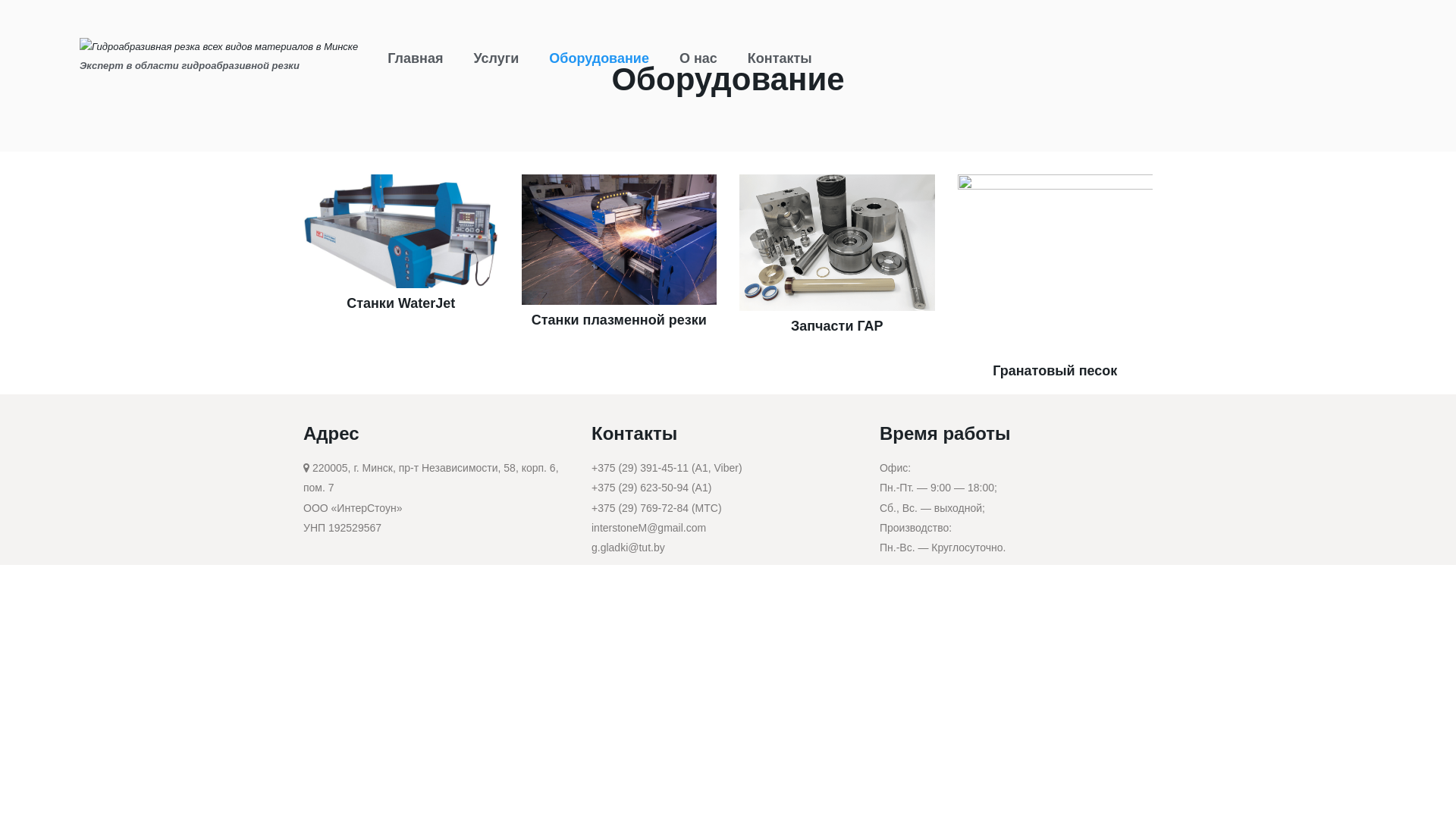 Image resolution: width=1456 pixels, height=819 pixels. I want to click on 'interstoneM@gmail.com', so click(648, 526).